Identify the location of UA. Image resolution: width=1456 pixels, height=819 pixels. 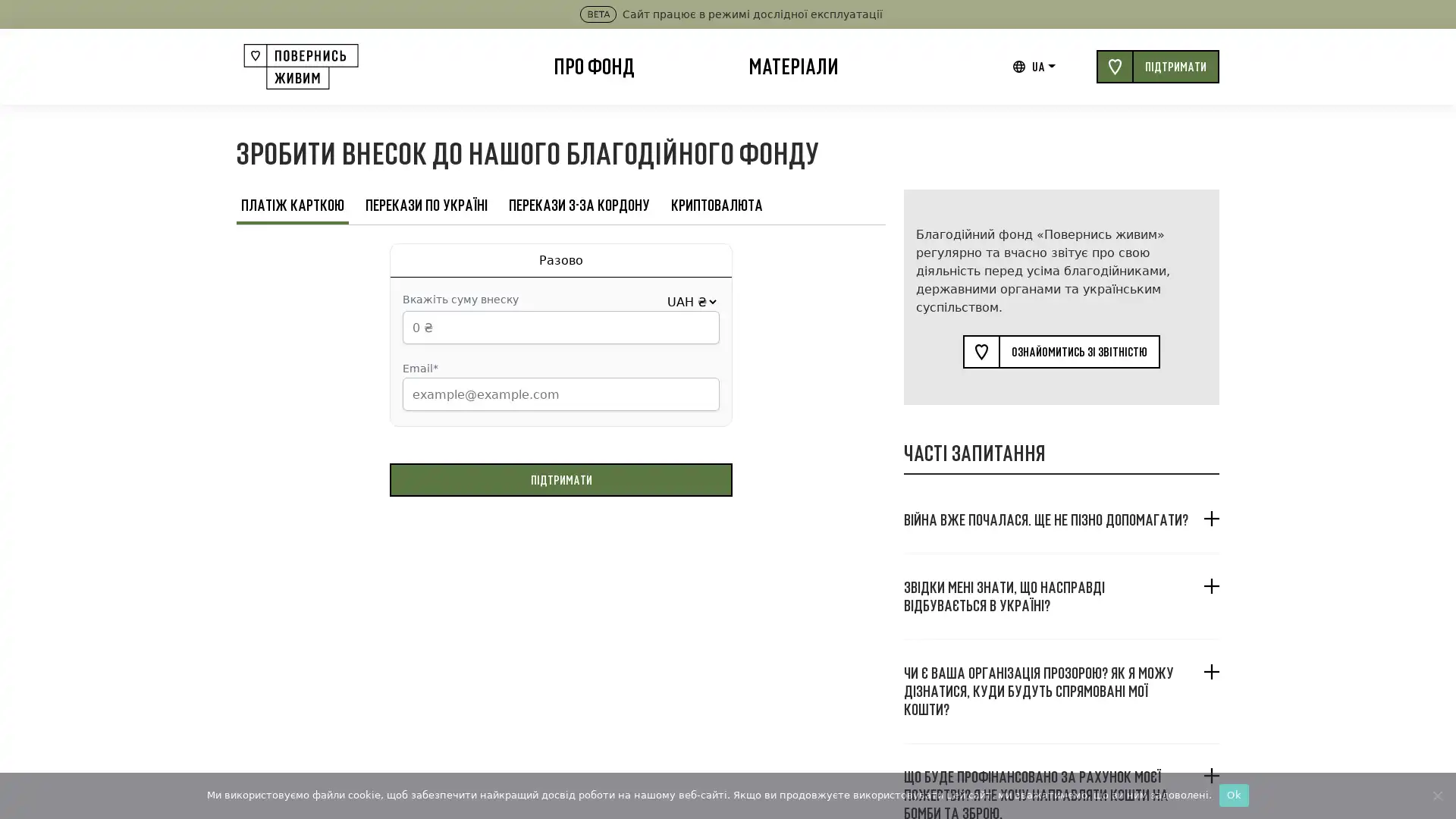
(1043, 66).